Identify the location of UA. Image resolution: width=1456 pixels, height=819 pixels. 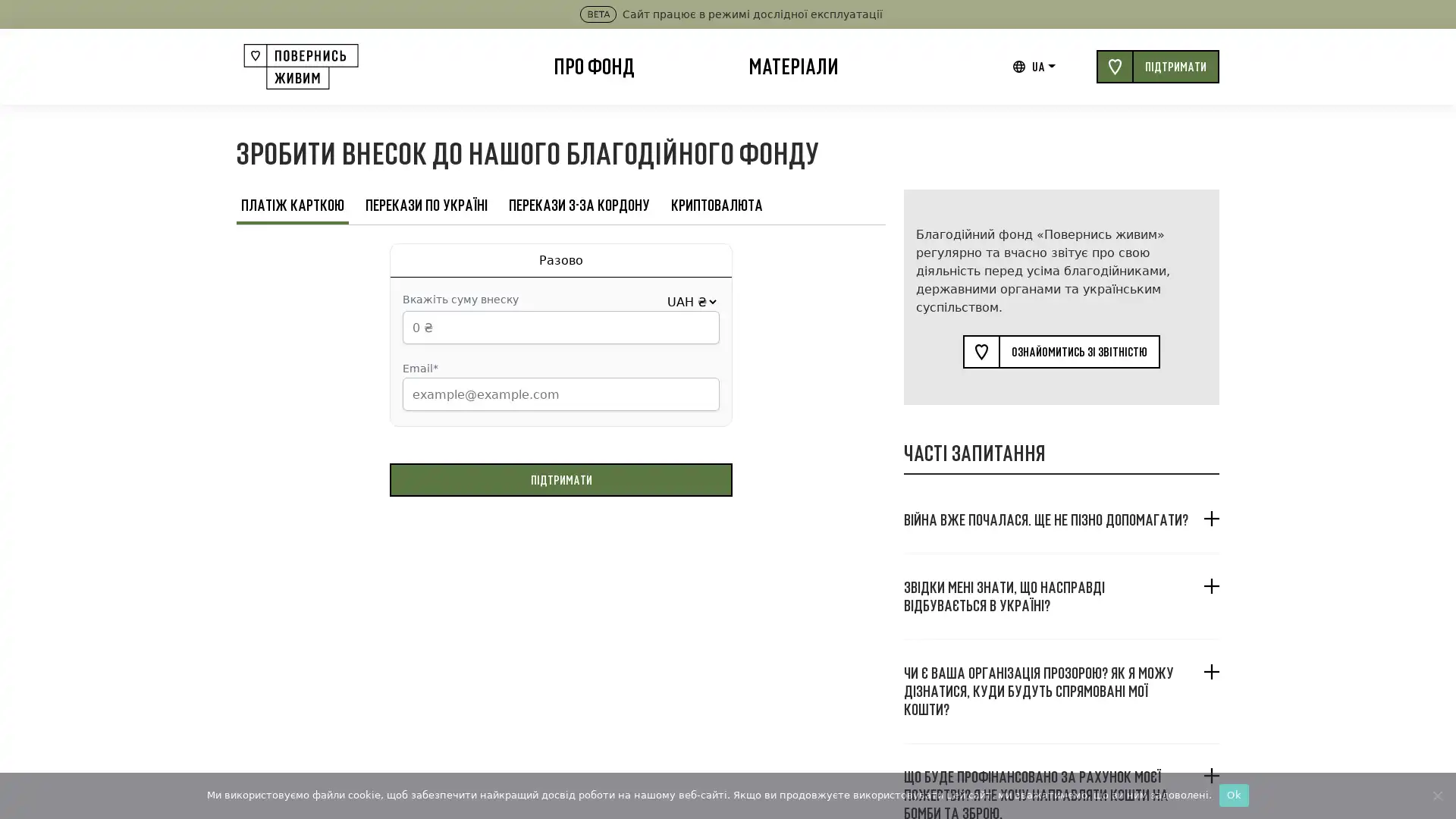
(1043, 66).